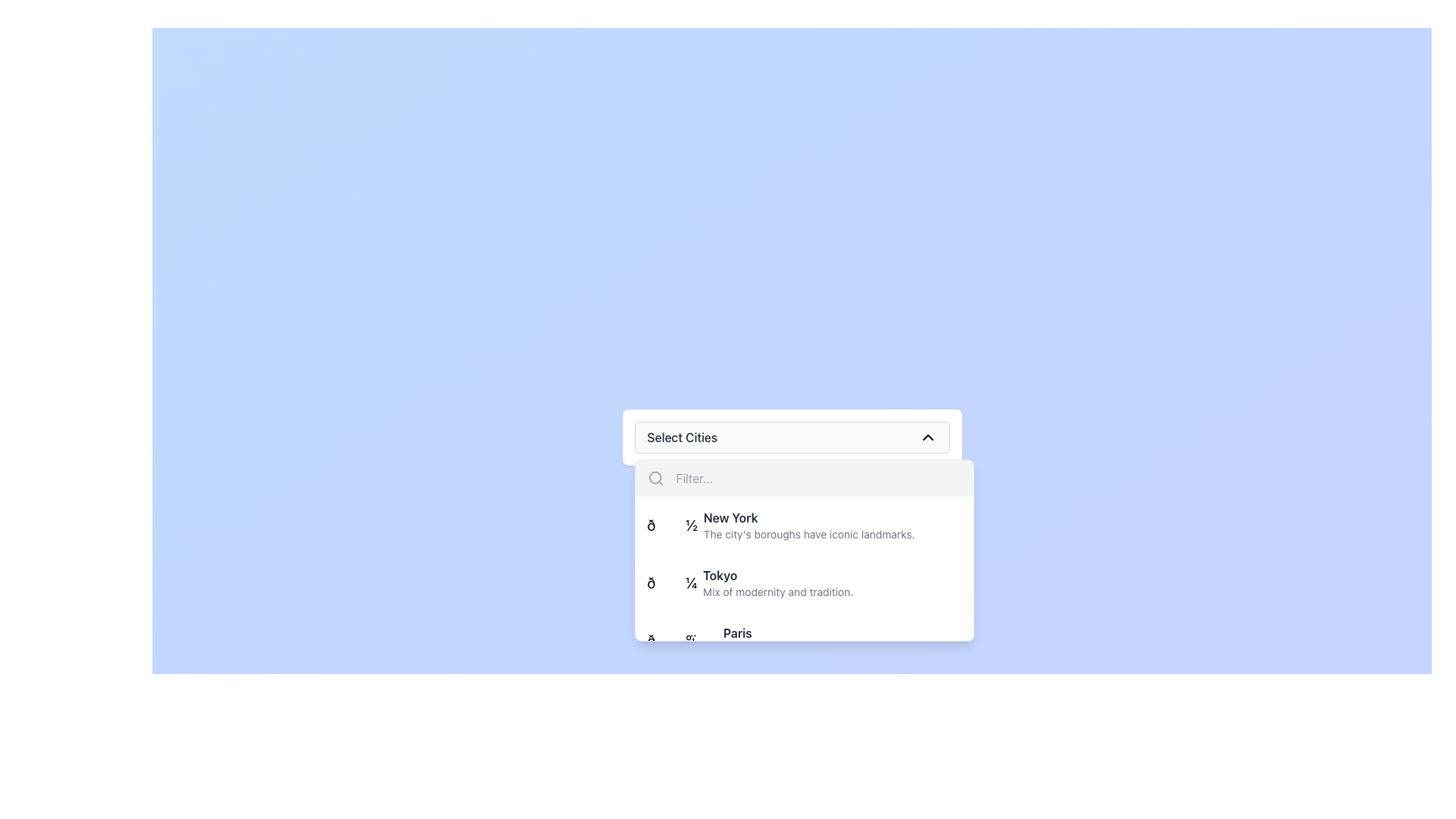  What do you see at coordinates (742, 640) in the screenshot?
I see `the List item element containing the text 'Paris' and the supporting text 'City of Love and Lights'` at bounding box center [742, 640].